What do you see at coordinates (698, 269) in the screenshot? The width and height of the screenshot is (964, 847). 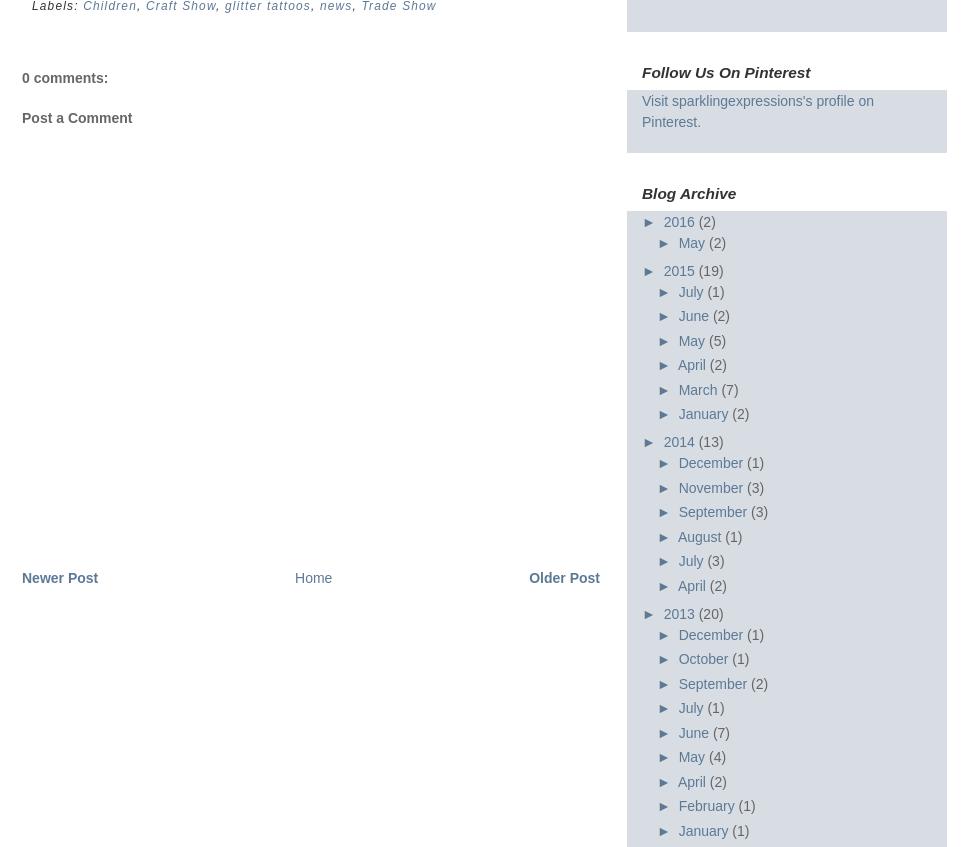 I see `'(19)'` at bounding box center [698, 269].